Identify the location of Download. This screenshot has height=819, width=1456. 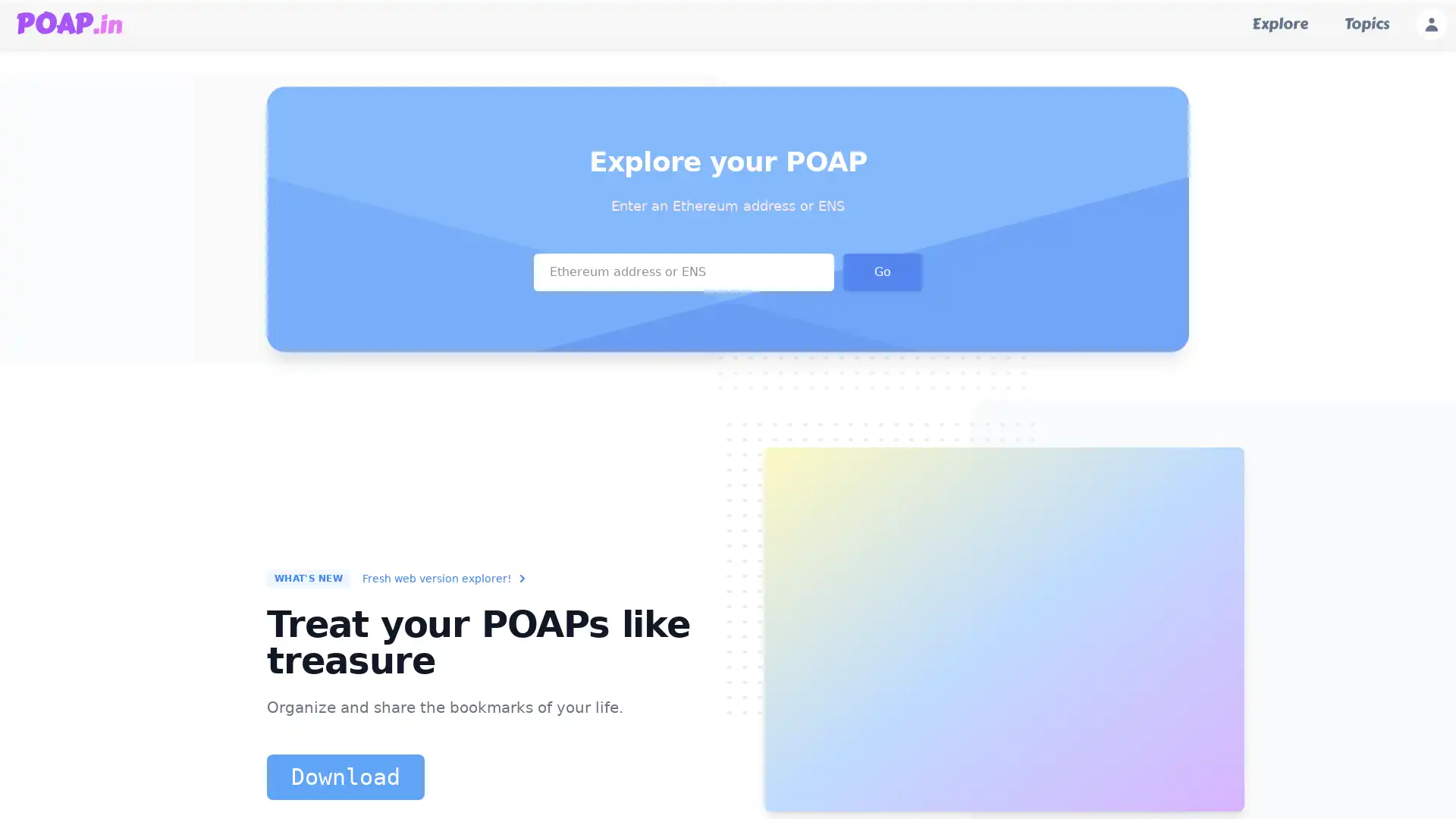
(345, 777).